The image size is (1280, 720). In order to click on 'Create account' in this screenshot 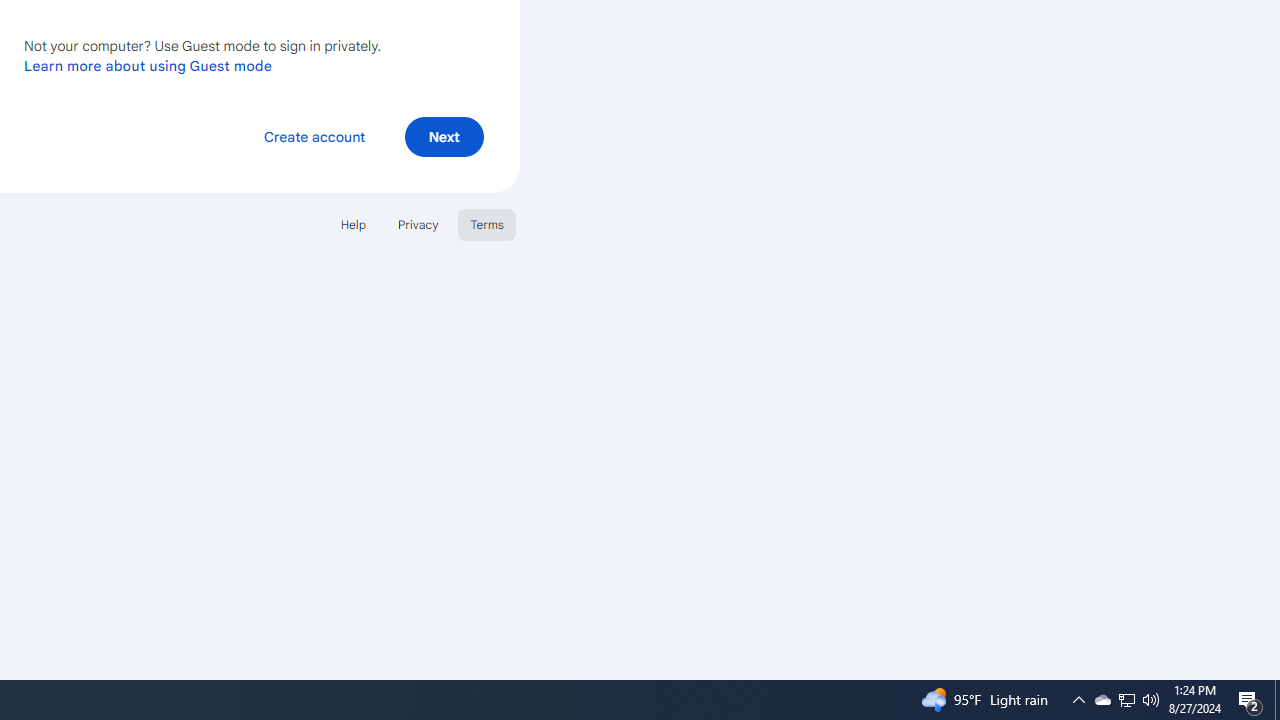, I will do `click(313, 135)`.